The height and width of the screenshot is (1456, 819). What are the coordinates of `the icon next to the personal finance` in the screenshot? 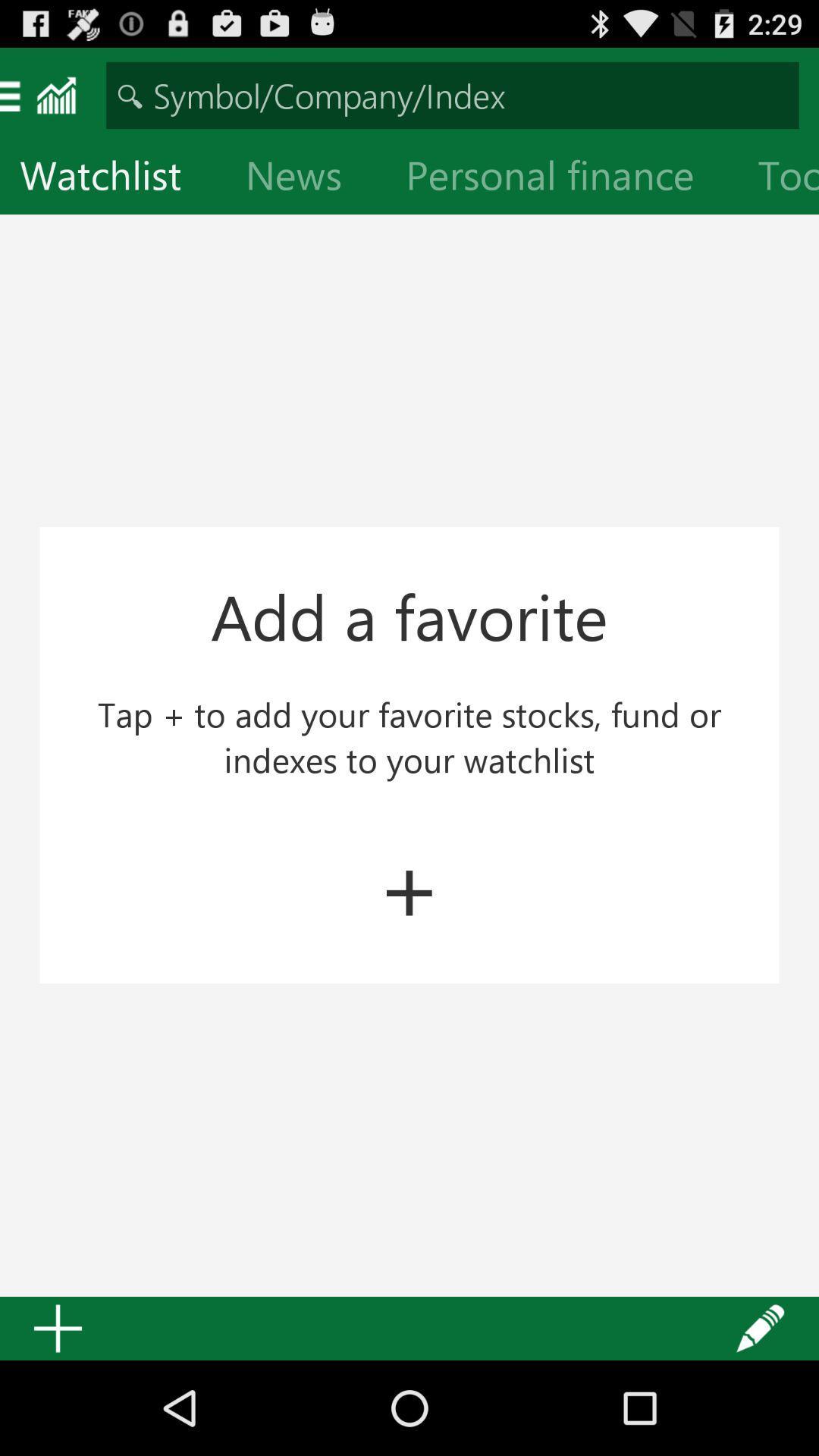 It's located at (778, 178).